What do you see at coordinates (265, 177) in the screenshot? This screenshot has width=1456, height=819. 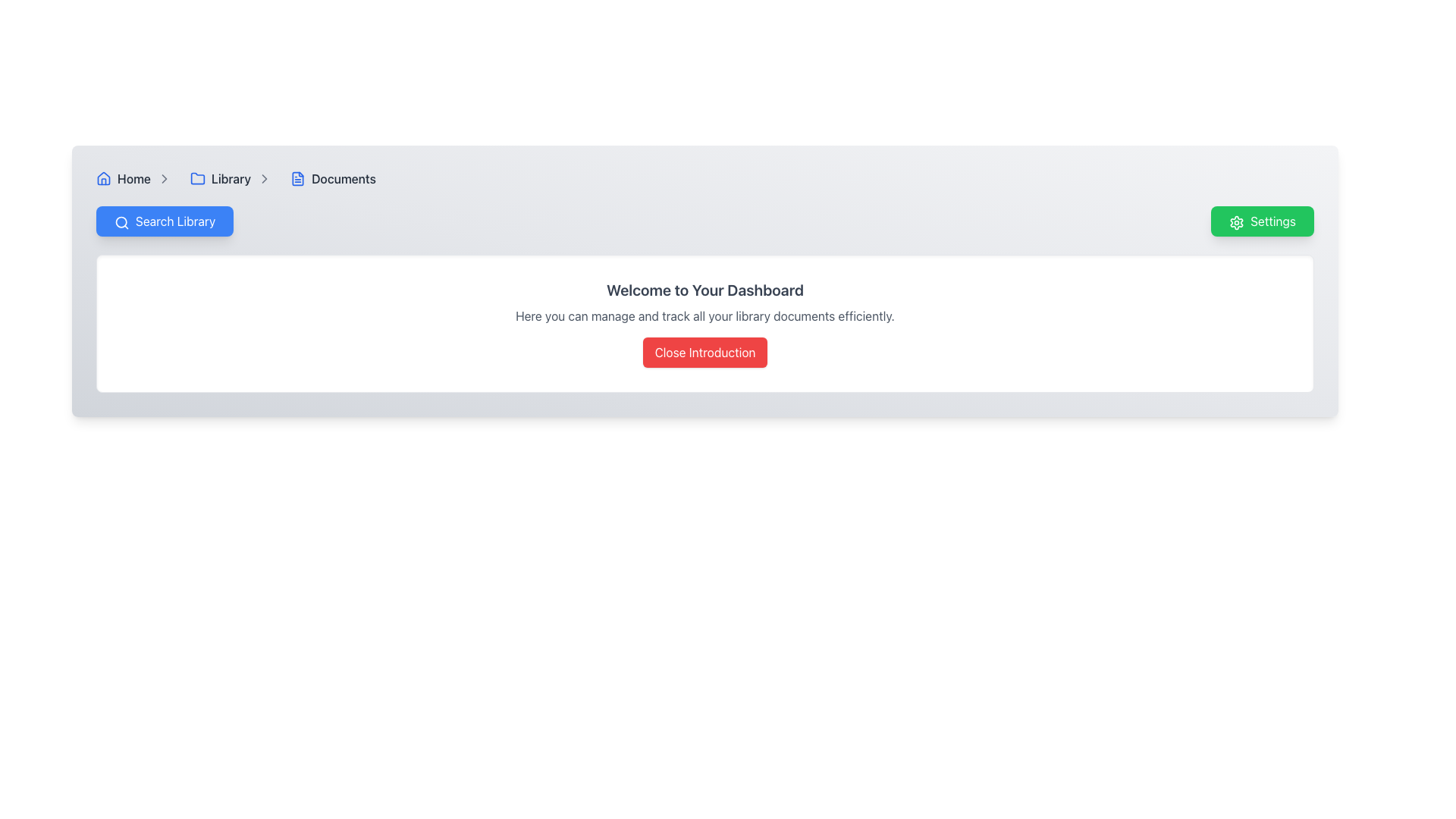 I see `the Chevron Right icon located in the navigation bar between the 'Library' and 'Documents' labels in the breadcrumb trail` at bounding box center [265, 177].